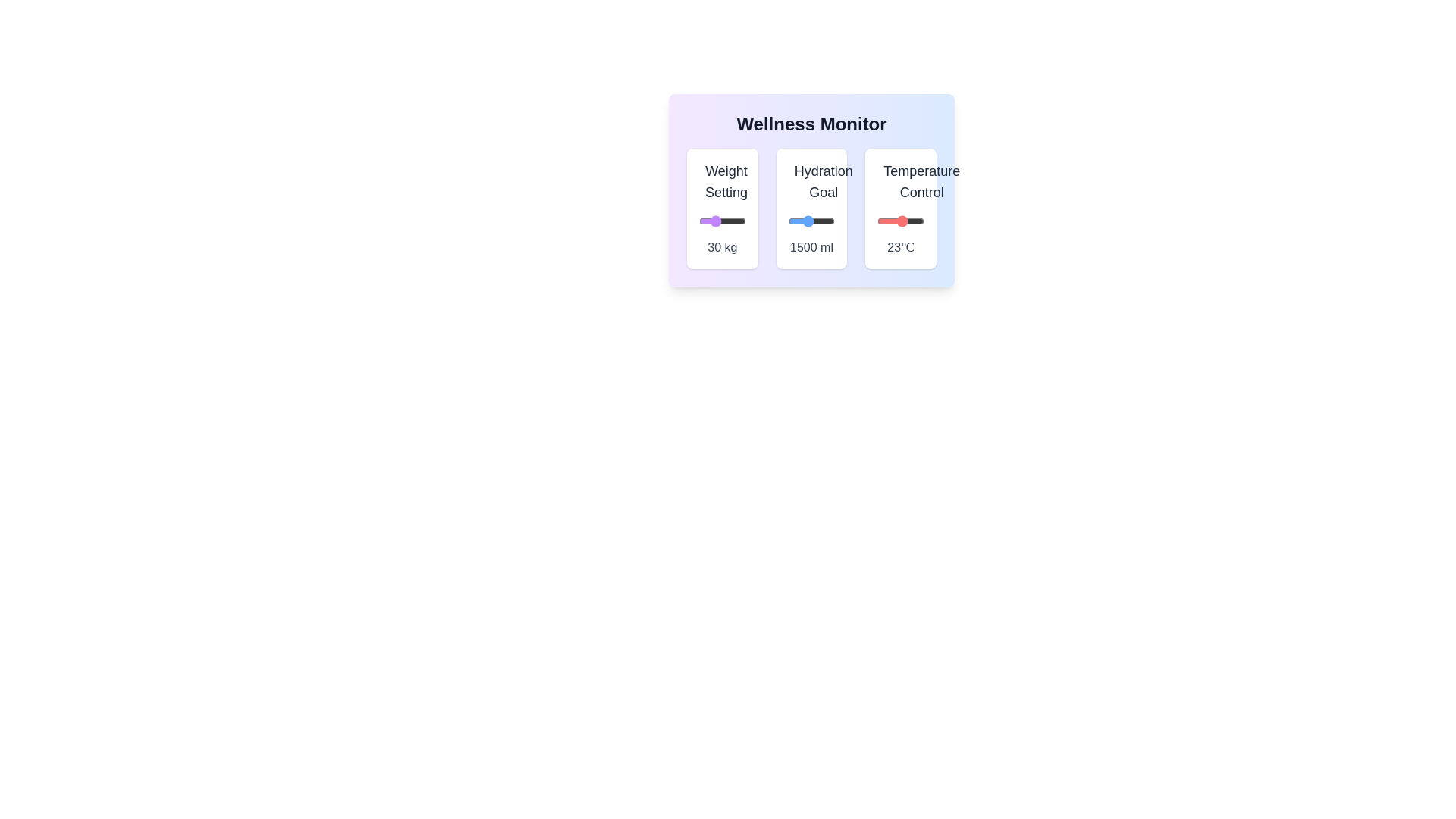 The image size is (1456, 819). What do you see at coordinates (915, 221) in the screenshot?
I see `the temperature` at bounding box center [915, 221].